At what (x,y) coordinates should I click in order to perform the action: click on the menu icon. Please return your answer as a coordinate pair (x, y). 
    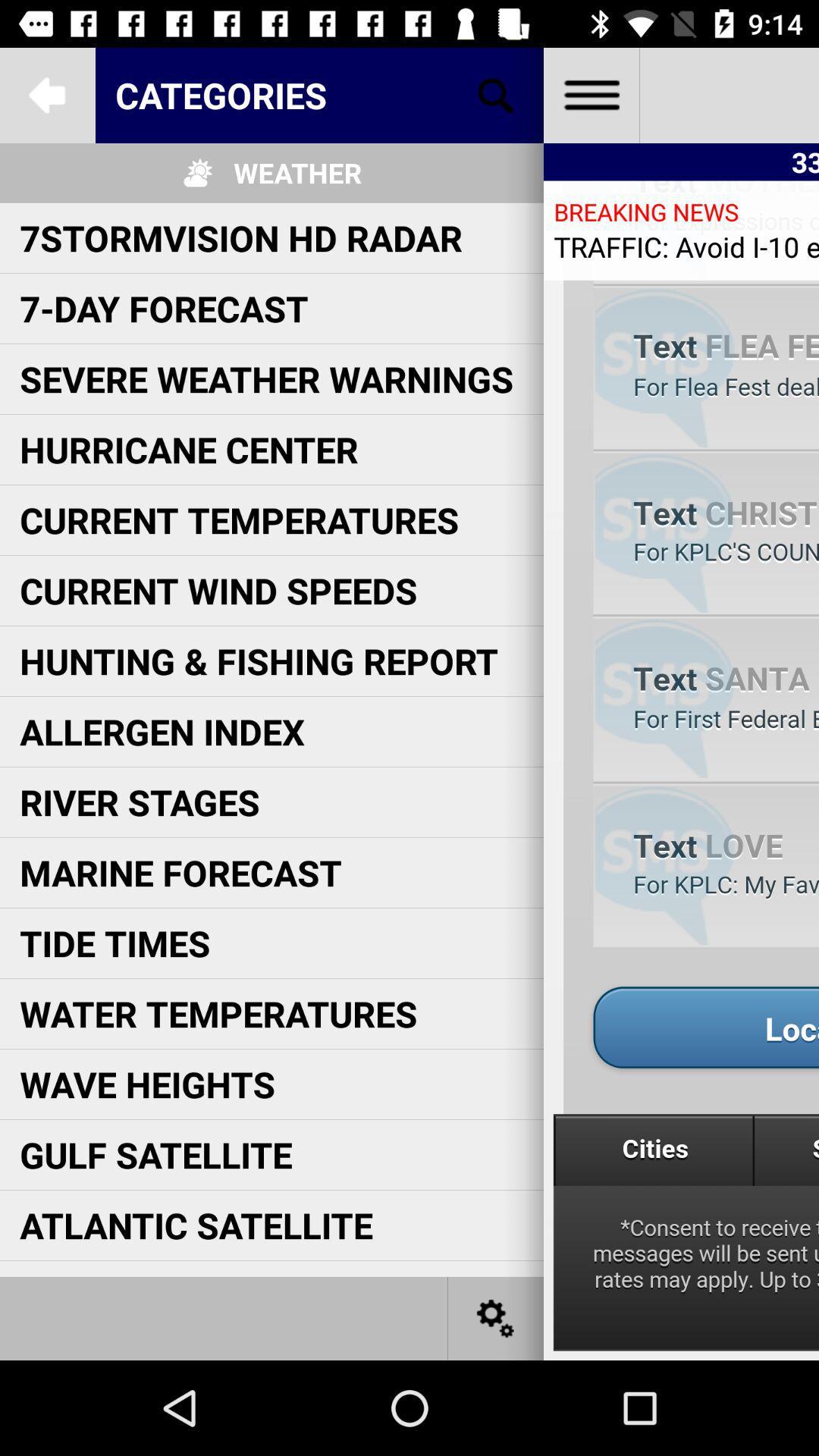
    Looking at the image, I should click on (590, 94).